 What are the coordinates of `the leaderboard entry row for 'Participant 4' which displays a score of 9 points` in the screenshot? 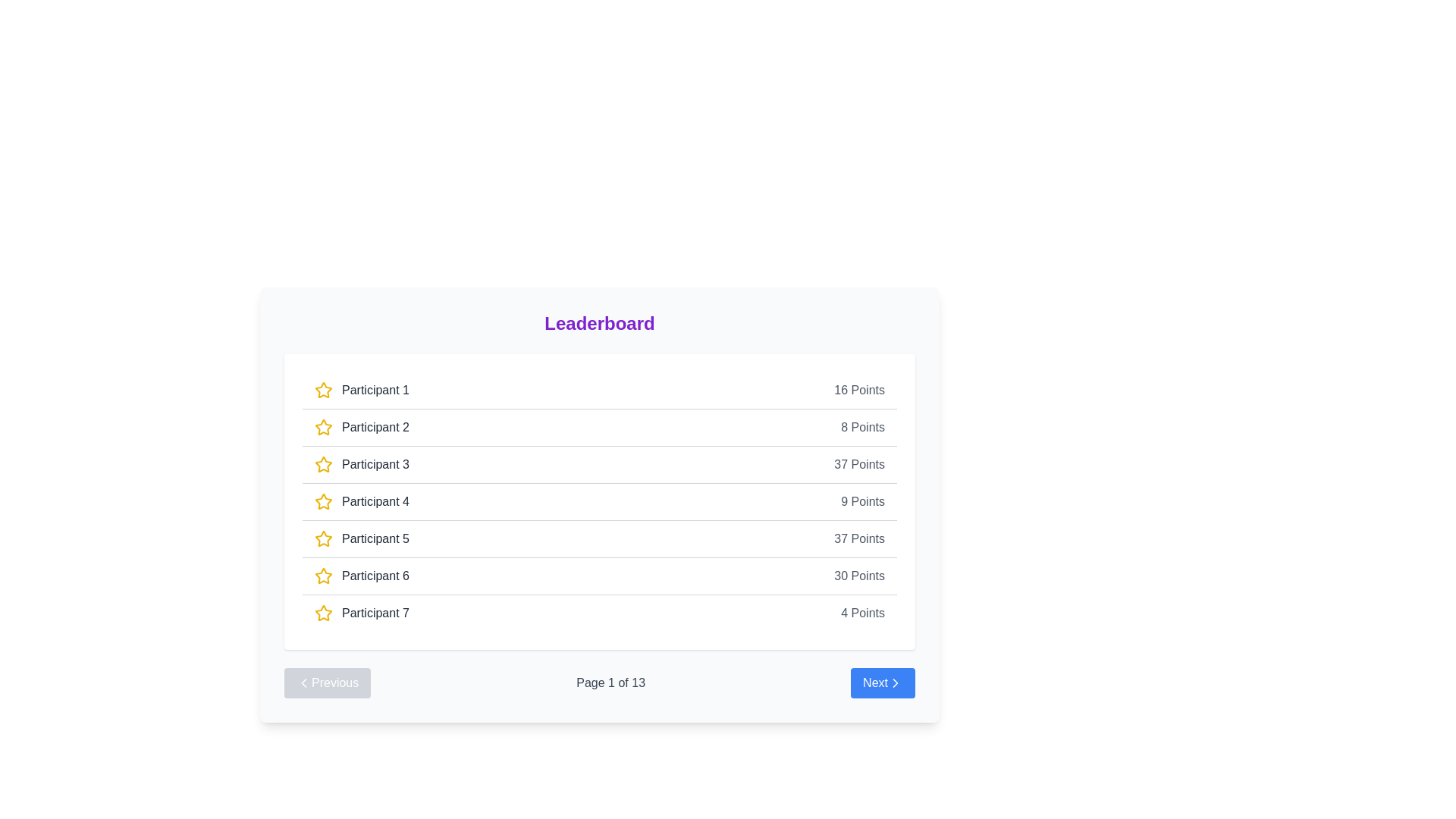 It's located at (599, 501).